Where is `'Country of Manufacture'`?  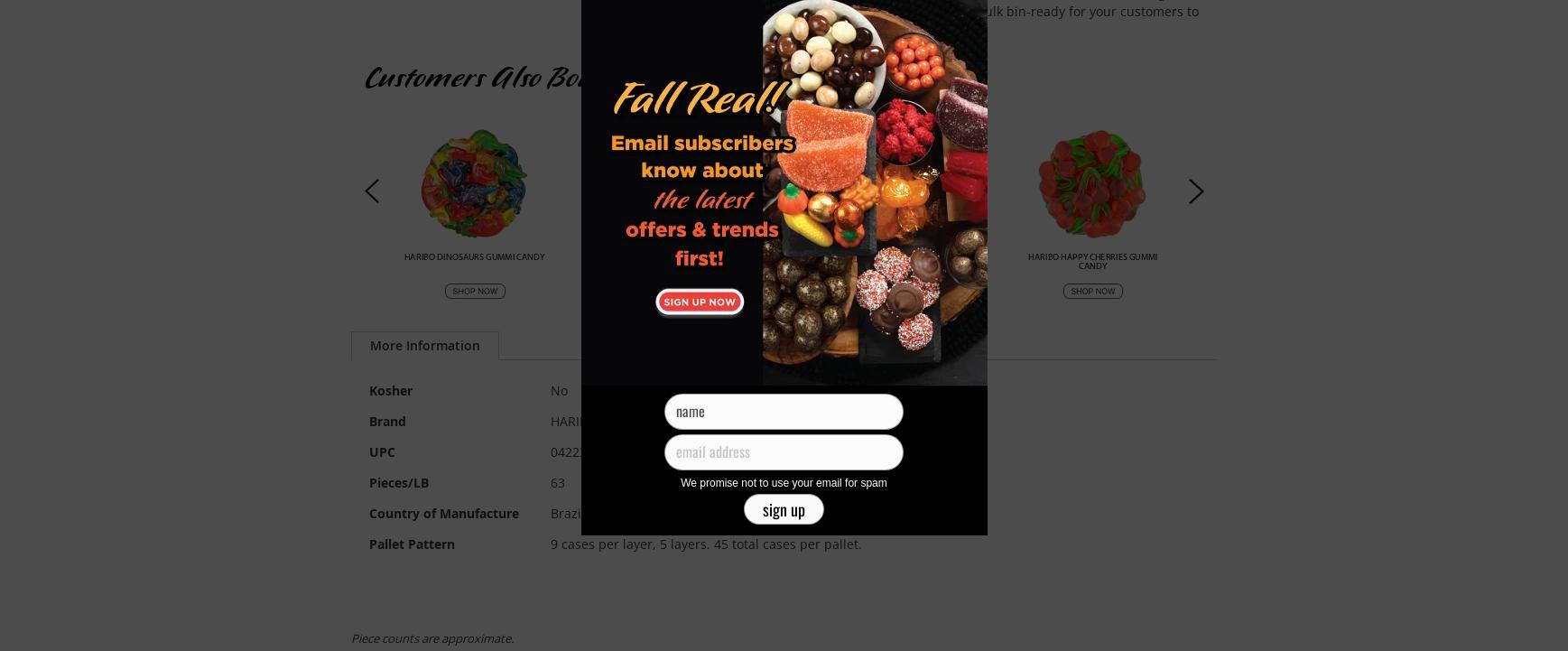 'Country of Manufacture' is located at coordinates (442, 512).